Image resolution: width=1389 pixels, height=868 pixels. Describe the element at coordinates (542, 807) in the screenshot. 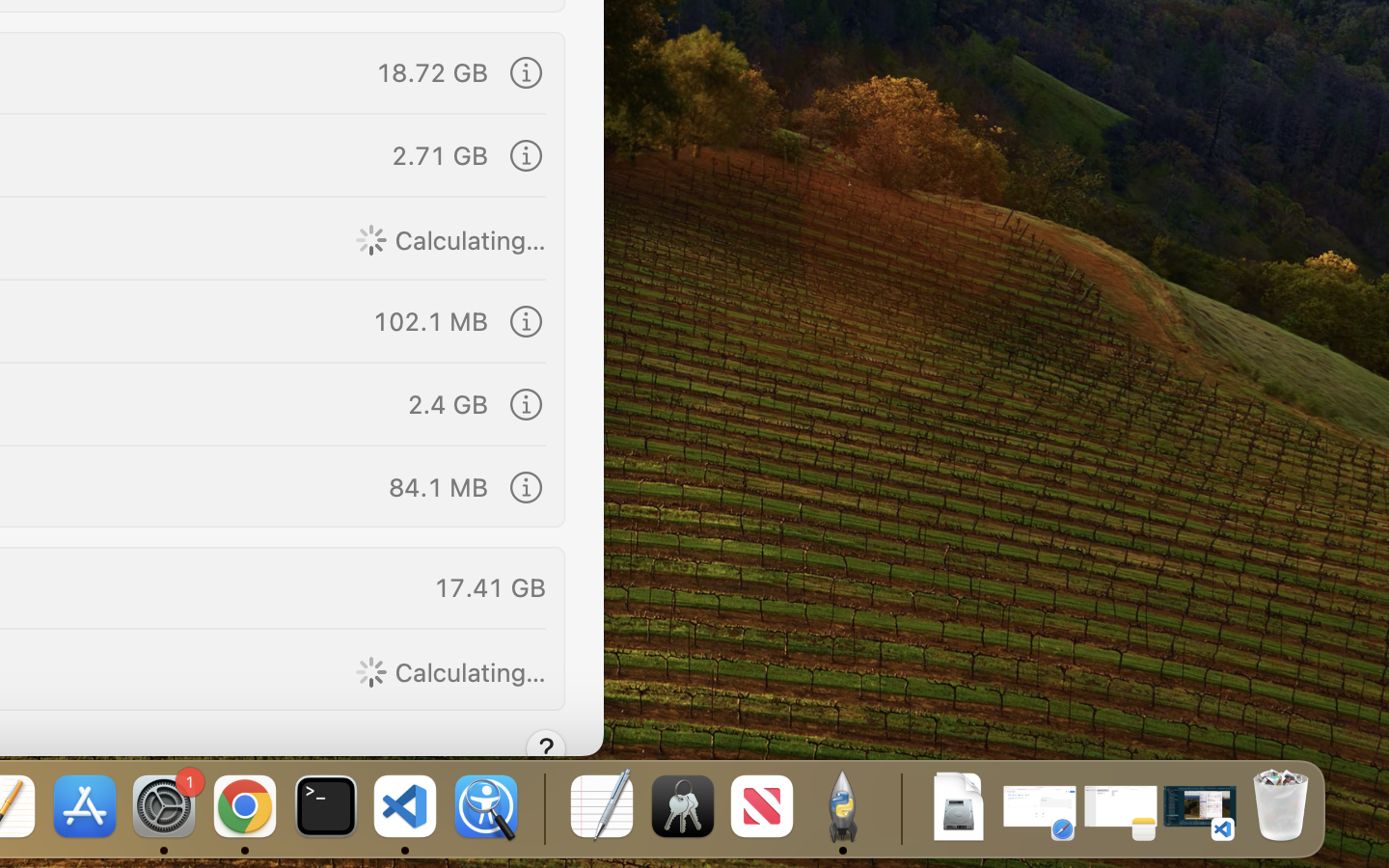

I see `'0.4285714328289032'` at that location.